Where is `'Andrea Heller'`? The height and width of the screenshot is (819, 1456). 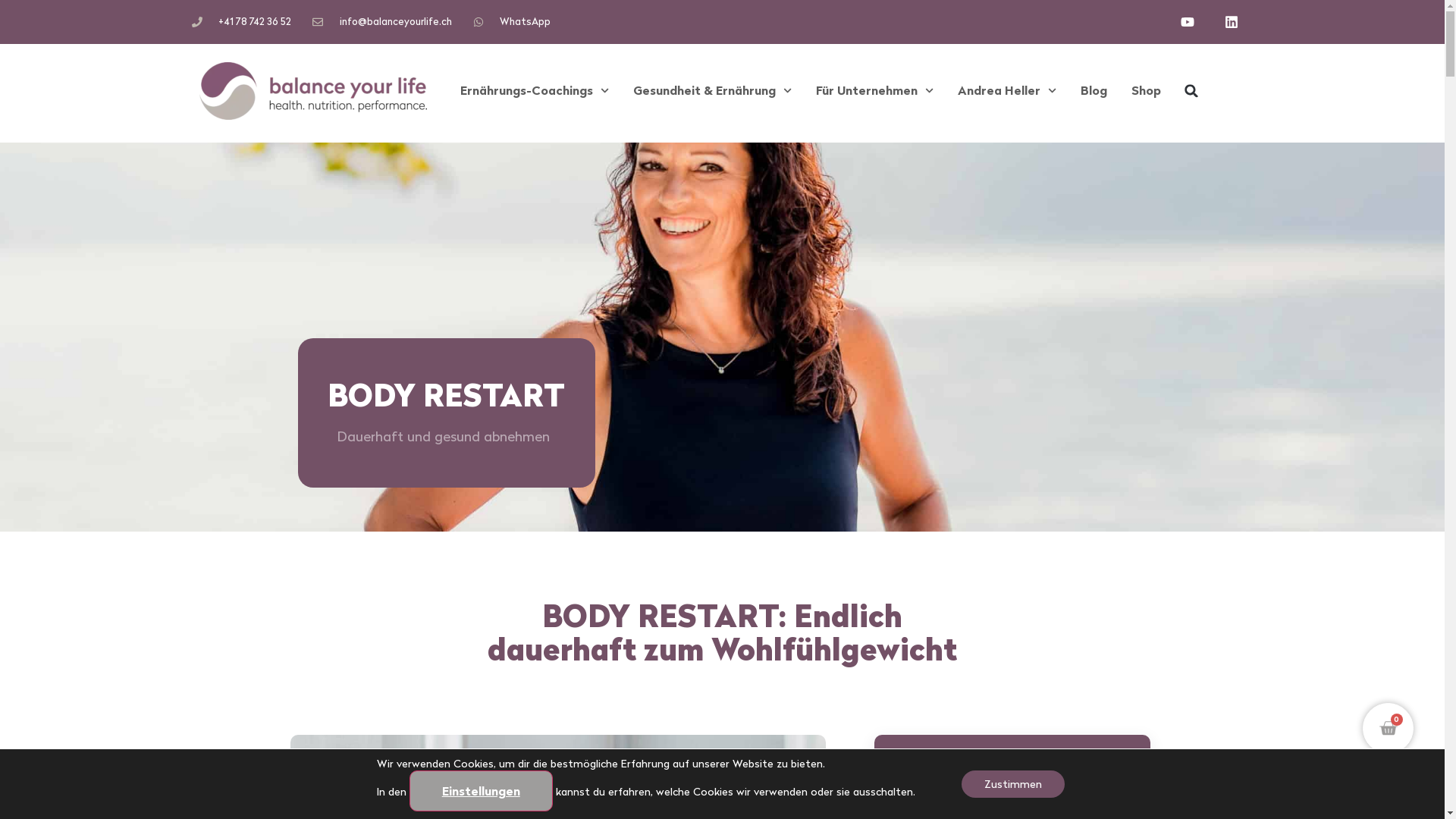 'Andrea Heller' is located at coordinates (1007, 90).